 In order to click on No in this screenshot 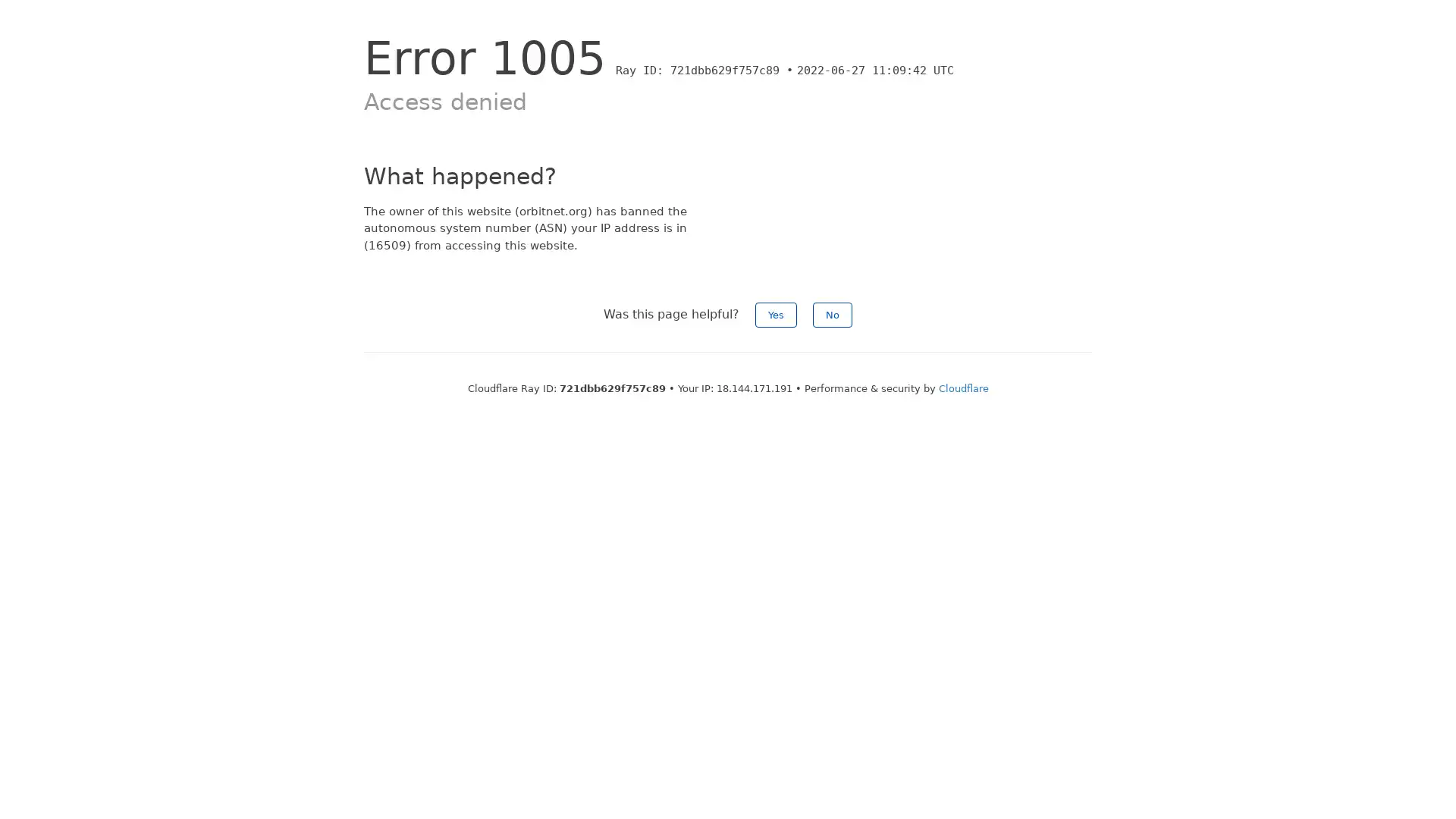, I will do `click(832, 314)`.